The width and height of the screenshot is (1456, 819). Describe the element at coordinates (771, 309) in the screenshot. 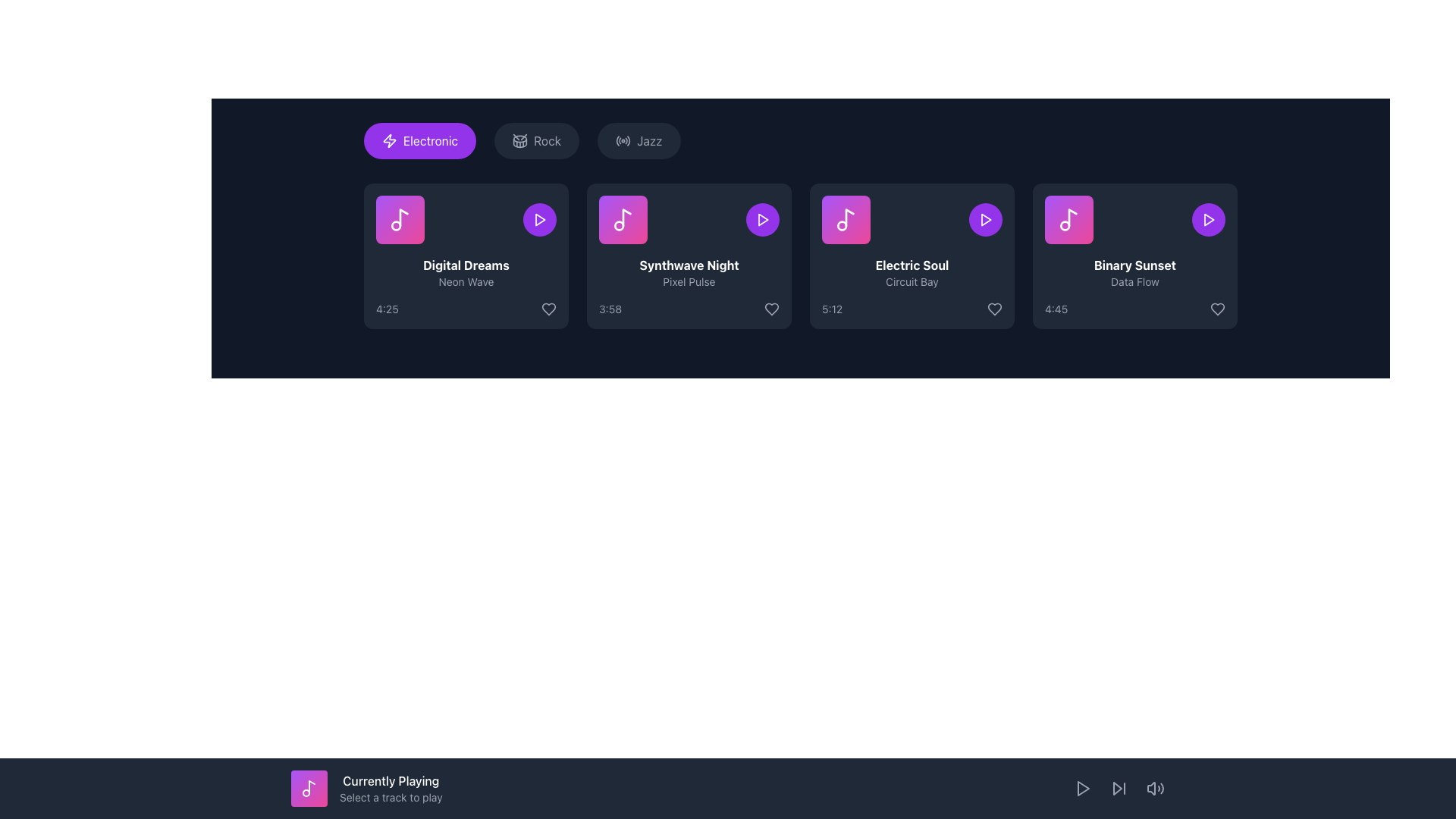

I see `the 'like' or 'favorite' icon button located in the bottom-right corner of the 'Synthwave Night' card` at that location.